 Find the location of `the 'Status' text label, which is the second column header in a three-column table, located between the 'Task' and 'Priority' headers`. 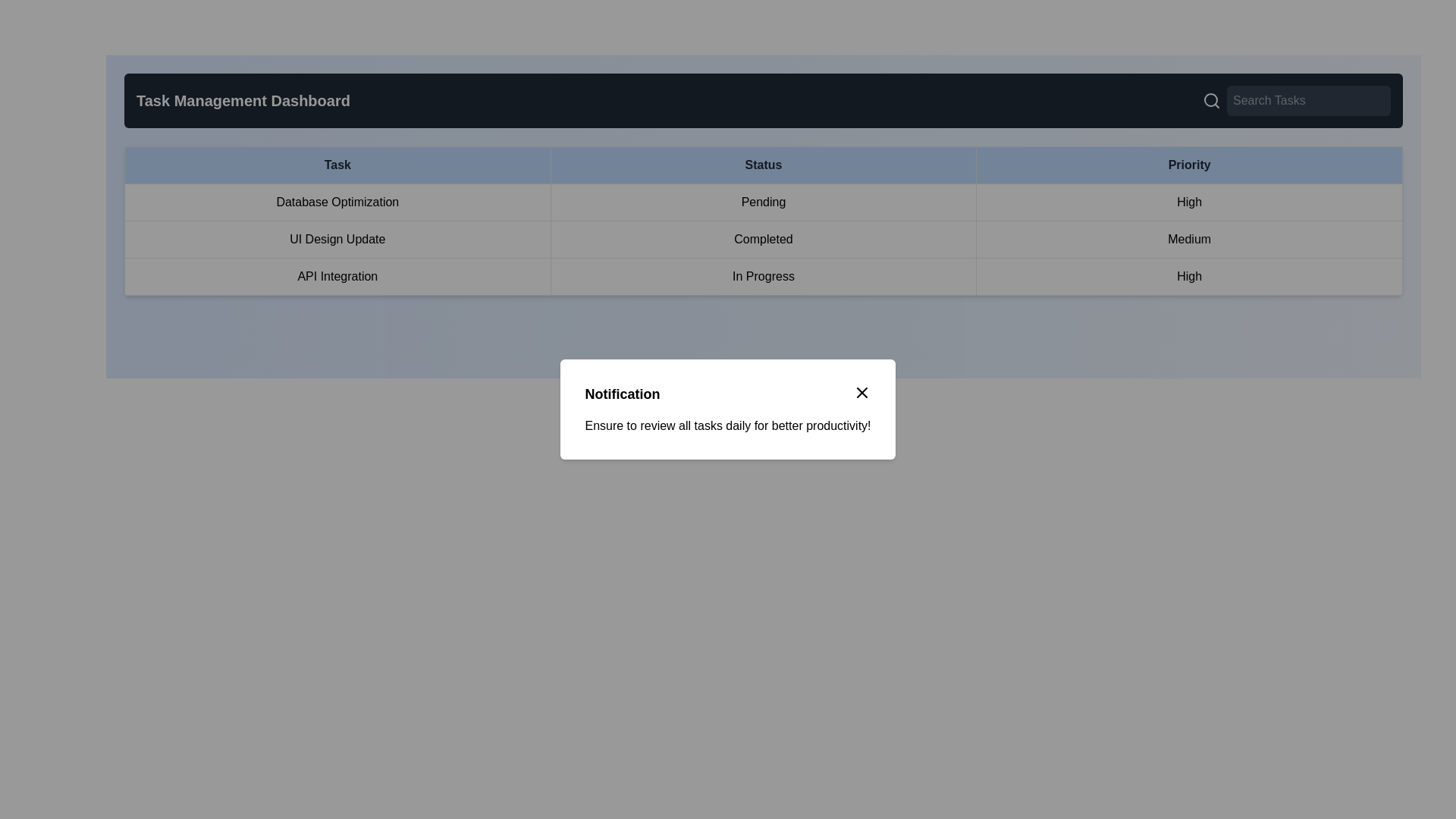

the 'Status' text label, which is the second column header in a three-column table, located between the 'Task' and 'Priority' headers is located at coordinates (764, 165).